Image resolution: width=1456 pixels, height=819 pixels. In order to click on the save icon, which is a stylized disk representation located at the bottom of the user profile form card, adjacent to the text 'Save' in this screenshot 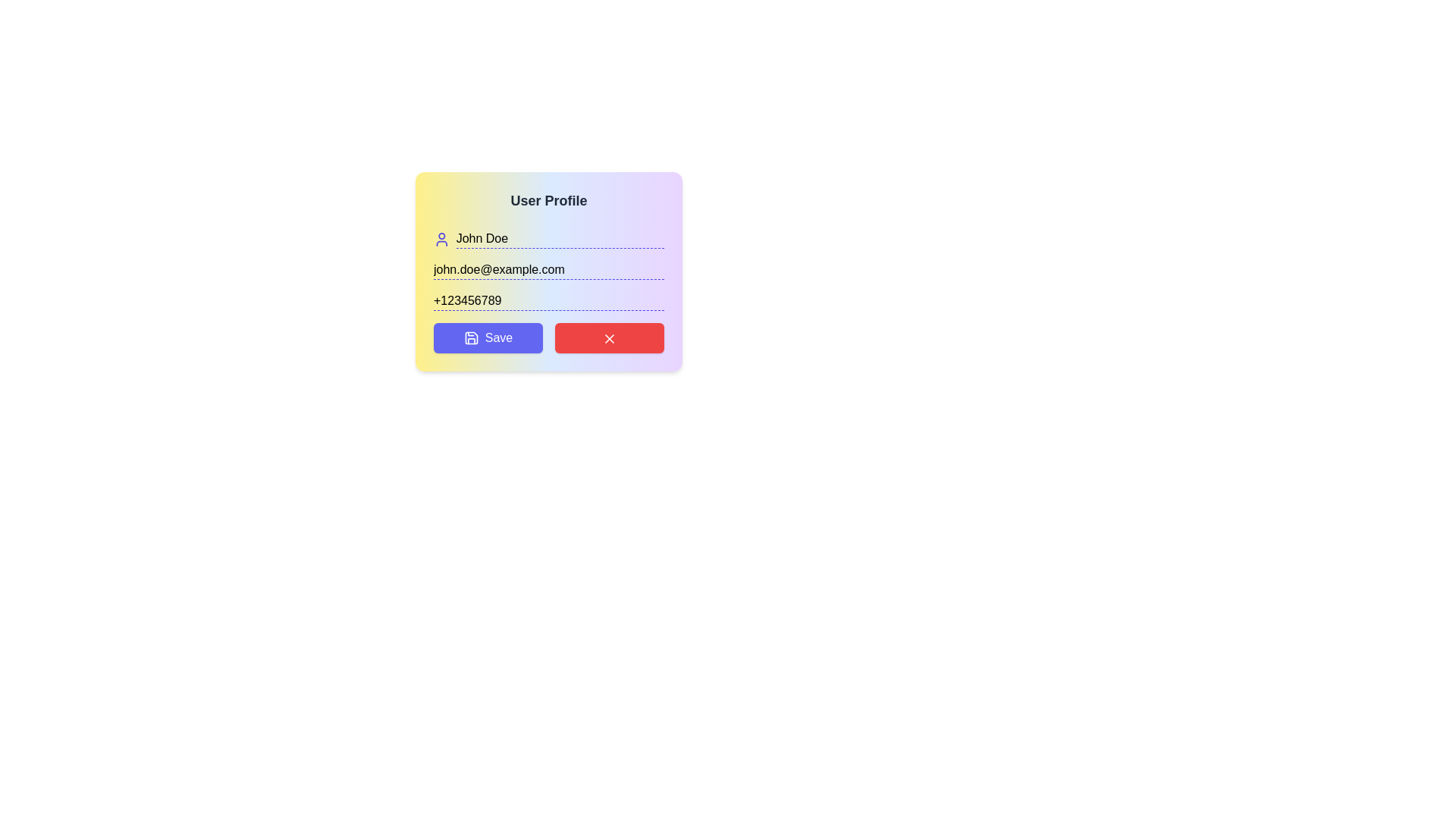, I will do `click(470, 337)`.